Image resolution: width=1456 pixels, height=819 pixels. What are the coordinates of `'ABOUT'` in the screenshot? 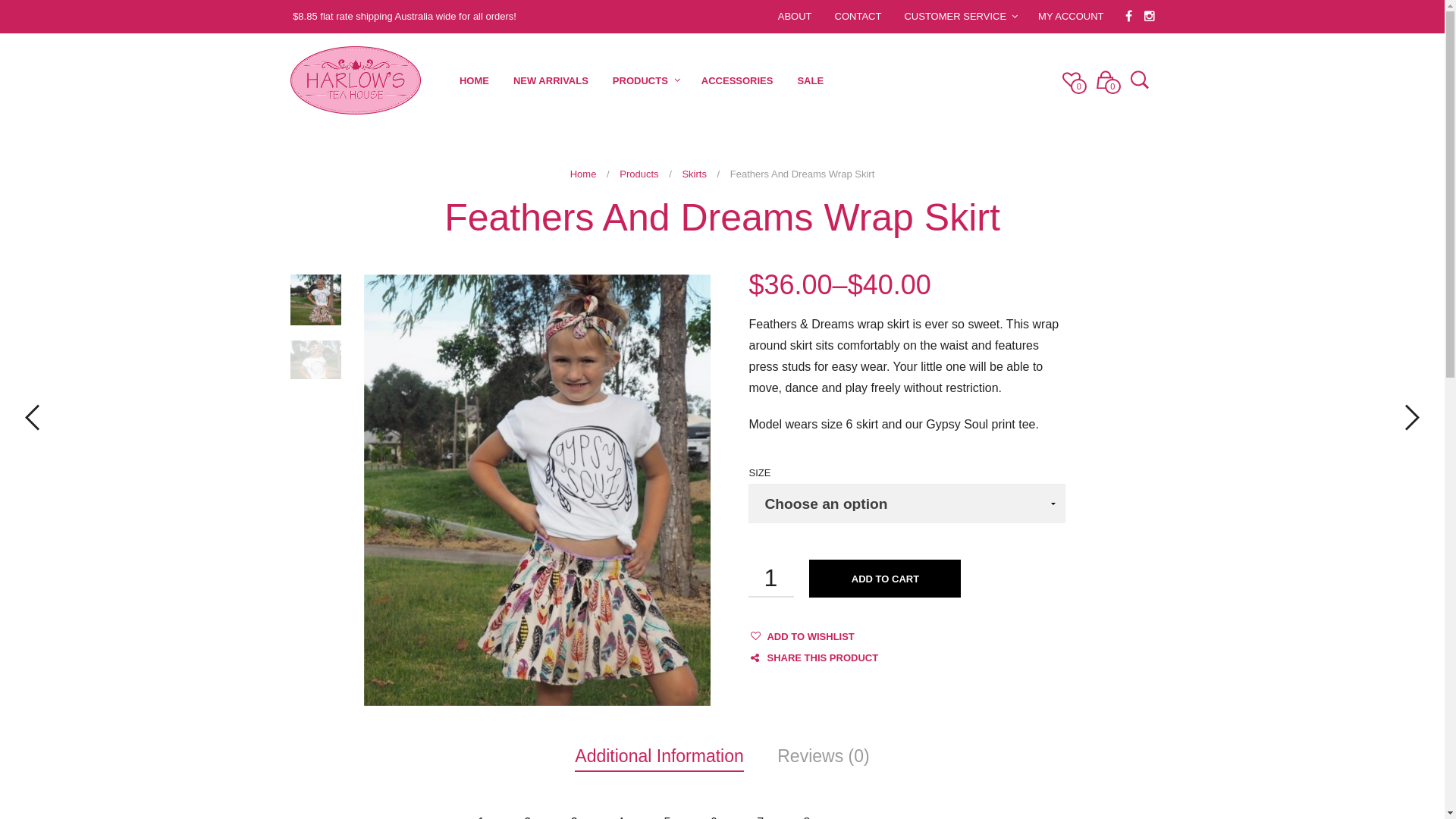 It's located at (794, 16).